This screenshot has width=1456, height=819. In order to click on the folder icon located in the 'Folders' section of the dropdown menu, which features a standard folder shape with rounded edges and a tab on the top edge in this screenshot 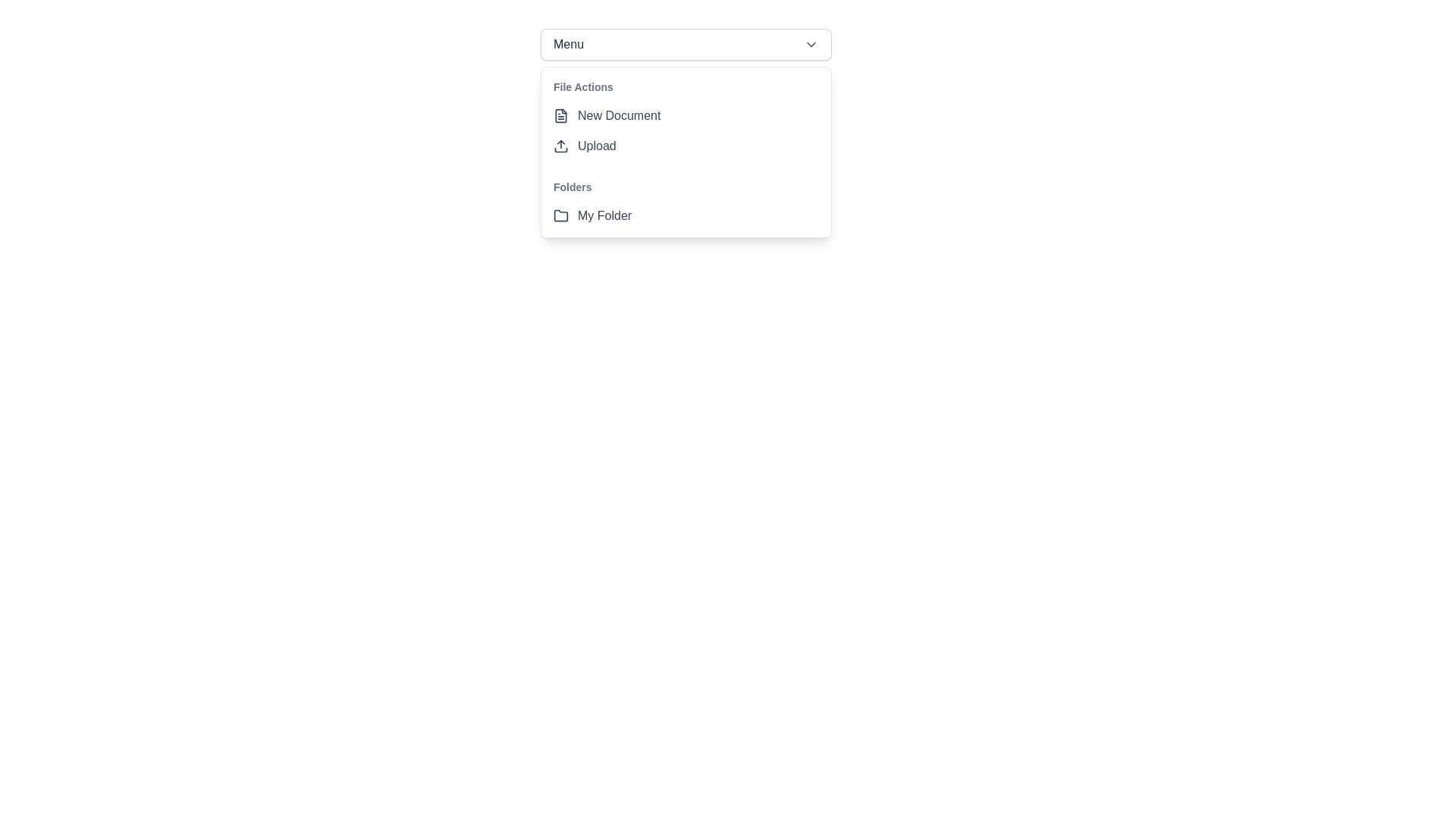, I will do `click(560, 215)`.